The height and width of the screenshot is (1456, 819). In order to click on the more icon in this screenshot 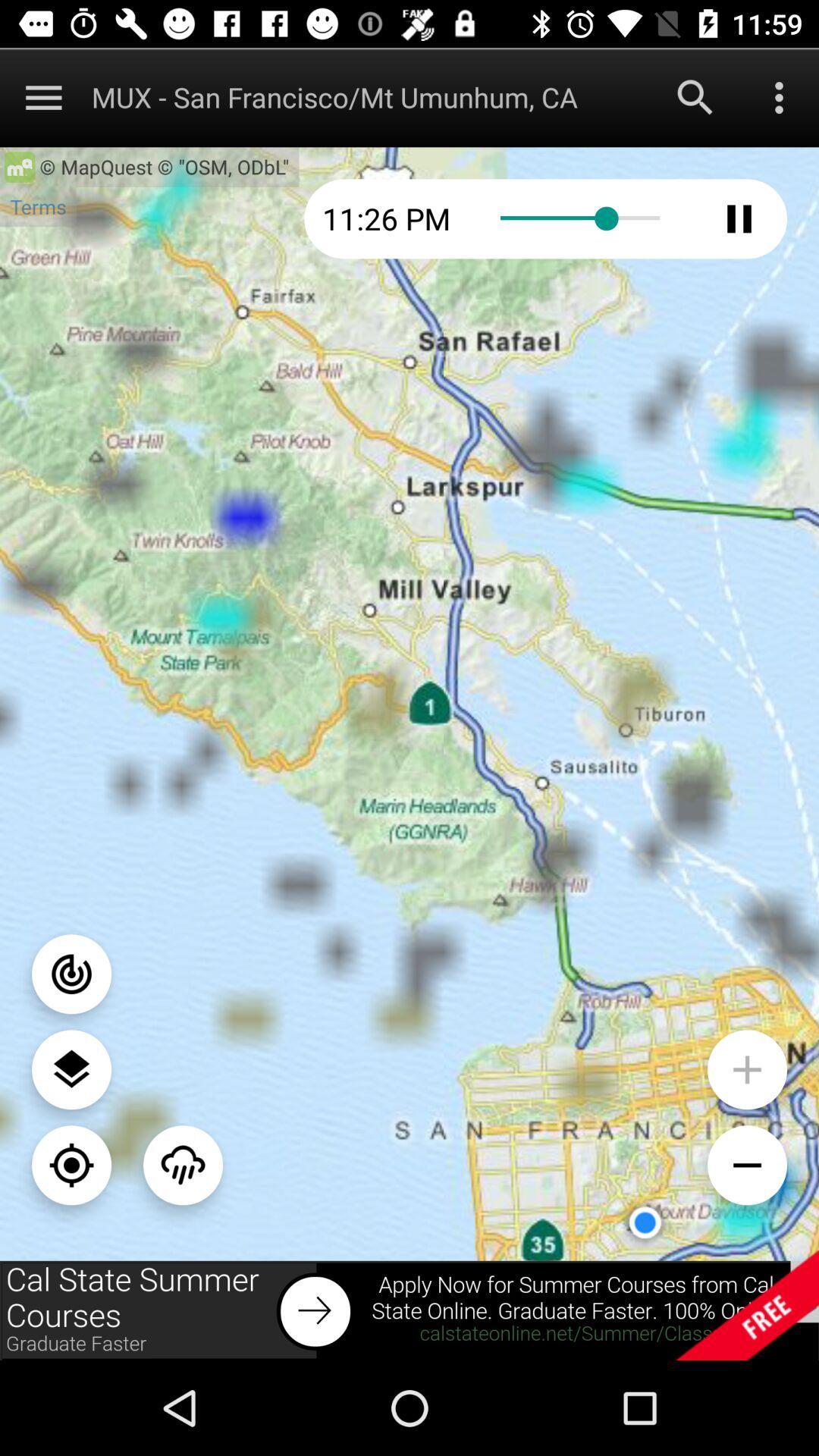, I will do `click(779, 96)`.